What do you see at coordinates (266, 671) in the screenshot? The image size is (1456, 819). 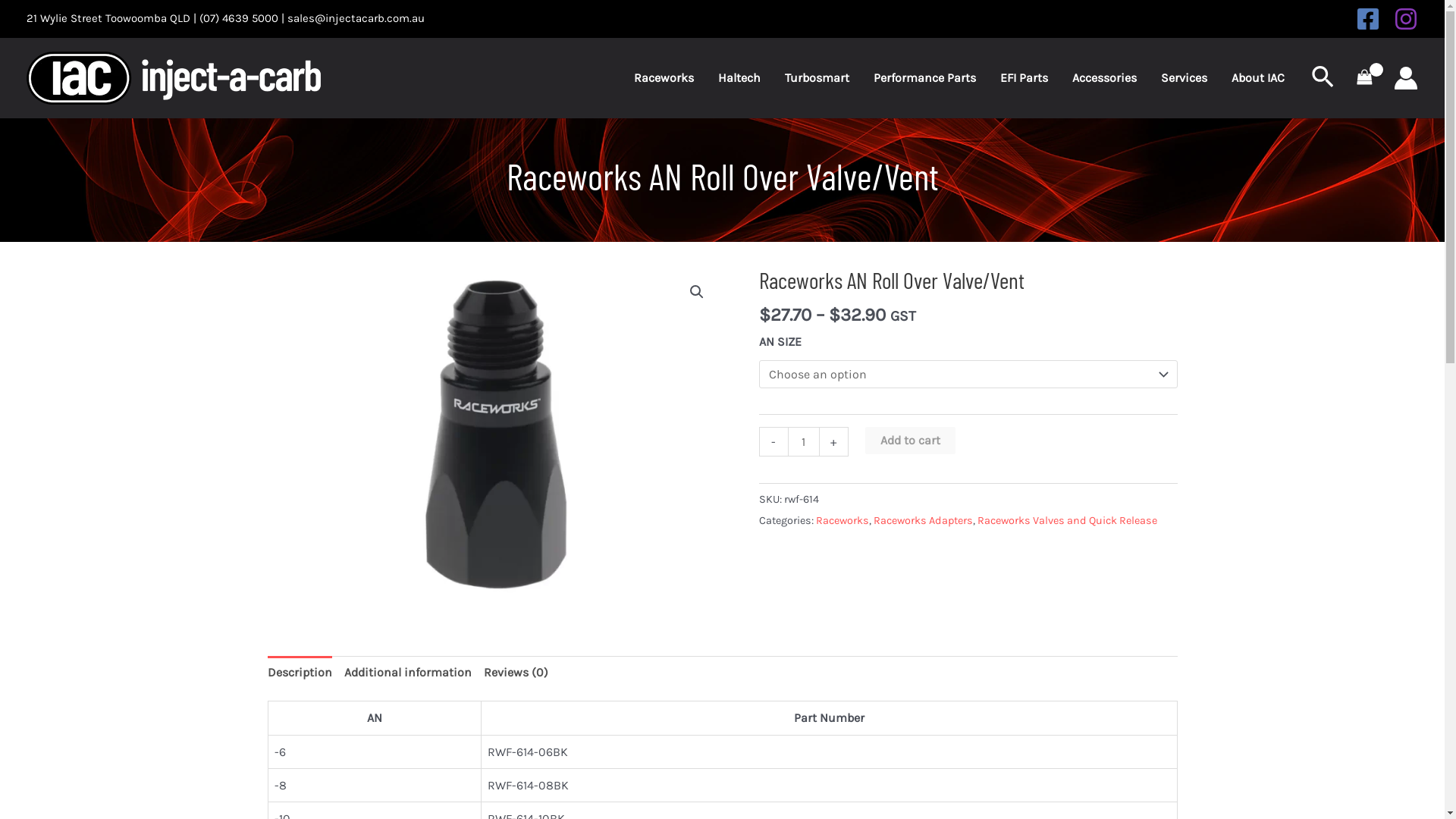 I see `'Description'` at bounding box center [266, 671].